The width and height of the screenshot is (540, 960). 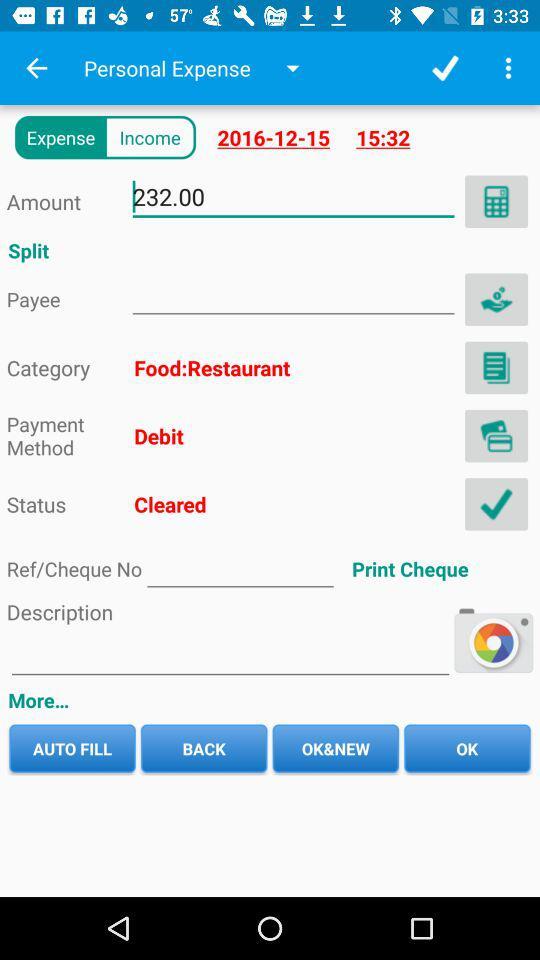 I want to click on done the option, so click(x=495, y=503).